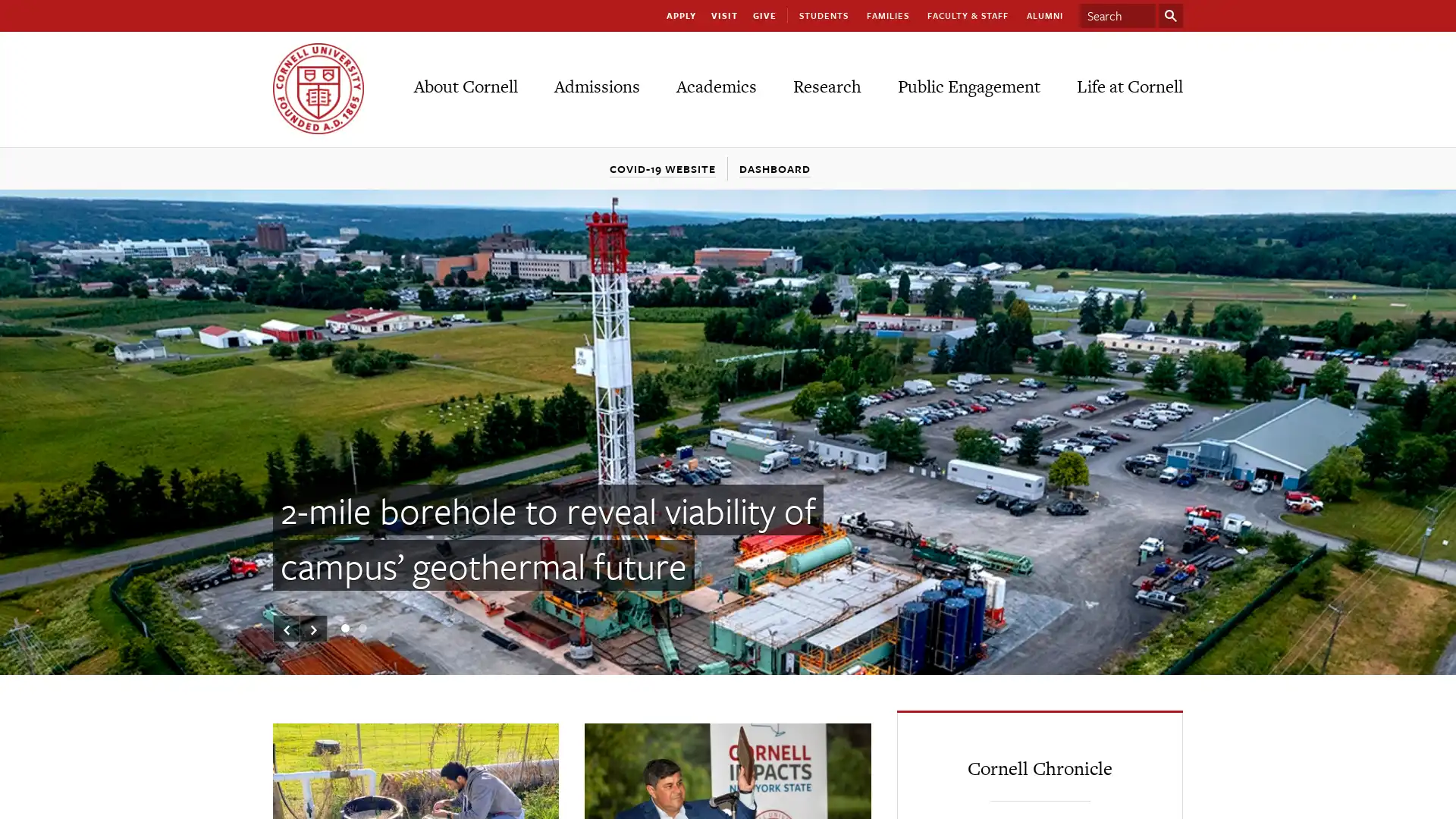 This screenshot has width=1456, height=819. What do you see at coordinates (312, 629) in the screenshot?
I see `Next slide` at bounding box center [312, 629].